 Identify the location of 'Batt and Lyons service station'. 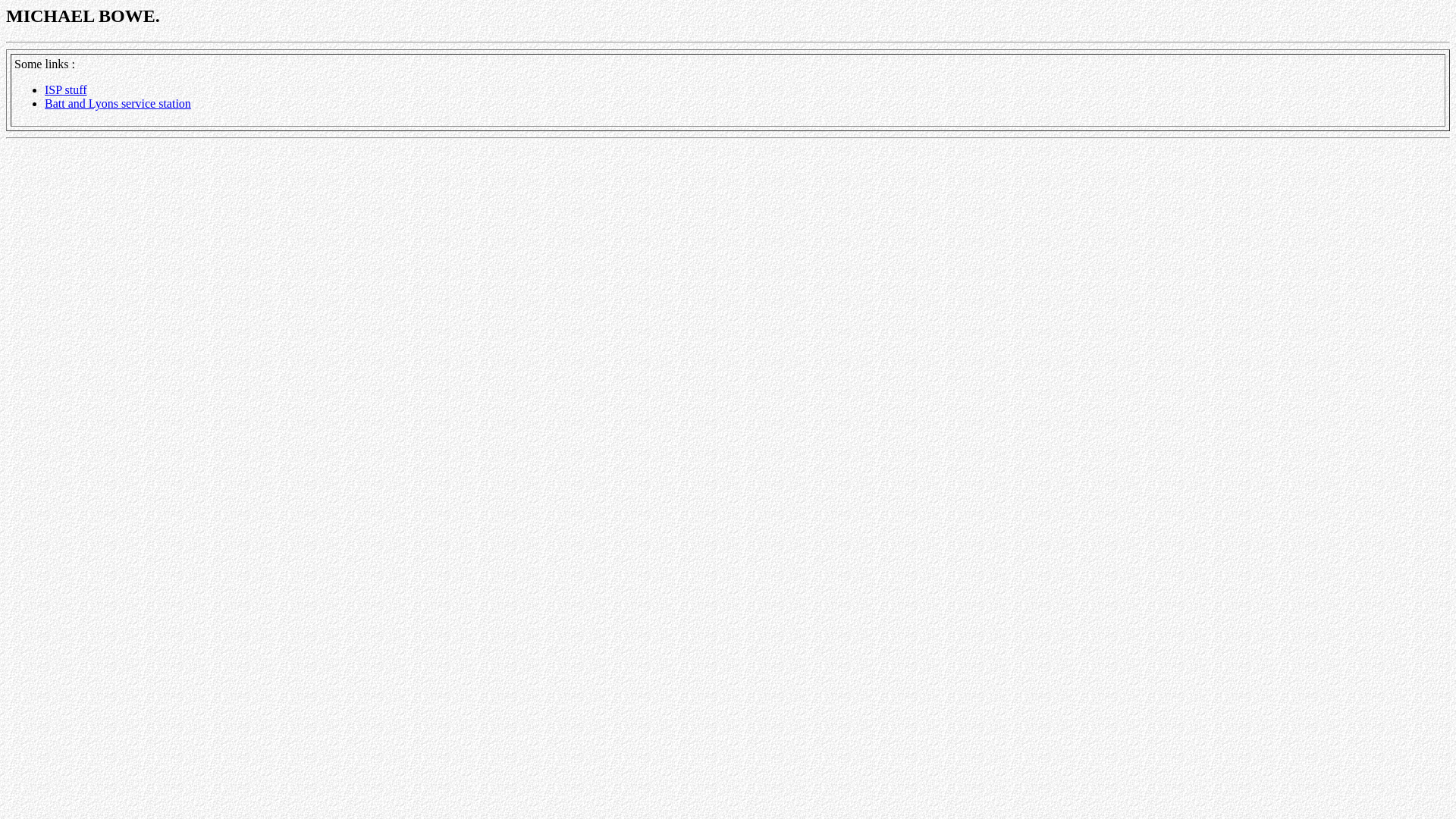
(44, 102).